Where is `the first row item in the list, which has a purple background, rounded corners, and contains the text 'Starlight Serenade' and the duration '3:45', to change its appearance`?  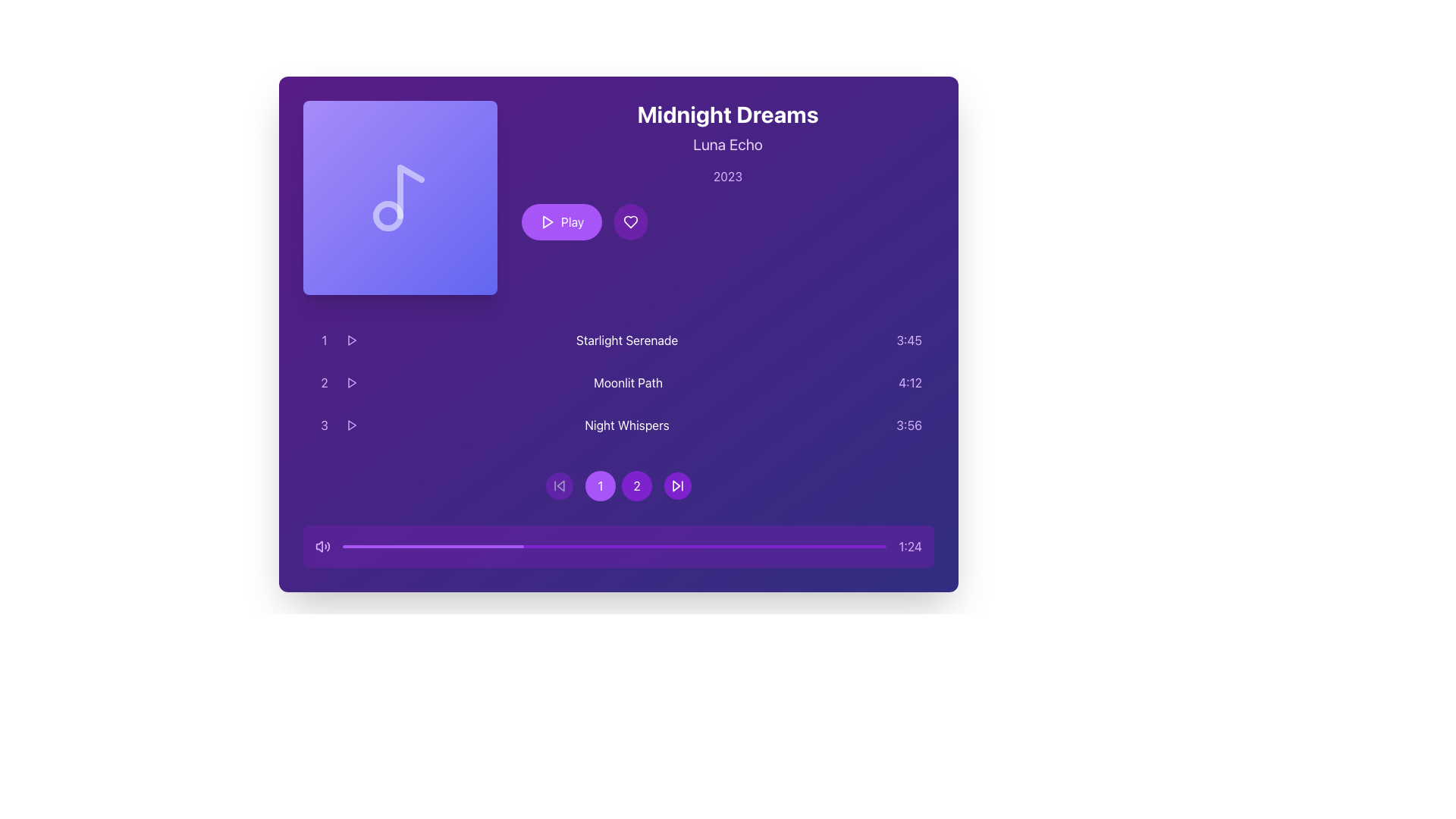 the first row item in the list, which has a purple background, rounded corners, and contains the text 'Starlight Serenade' and the duration '3:45', to change its appearance is located at coordinates (619, 339).